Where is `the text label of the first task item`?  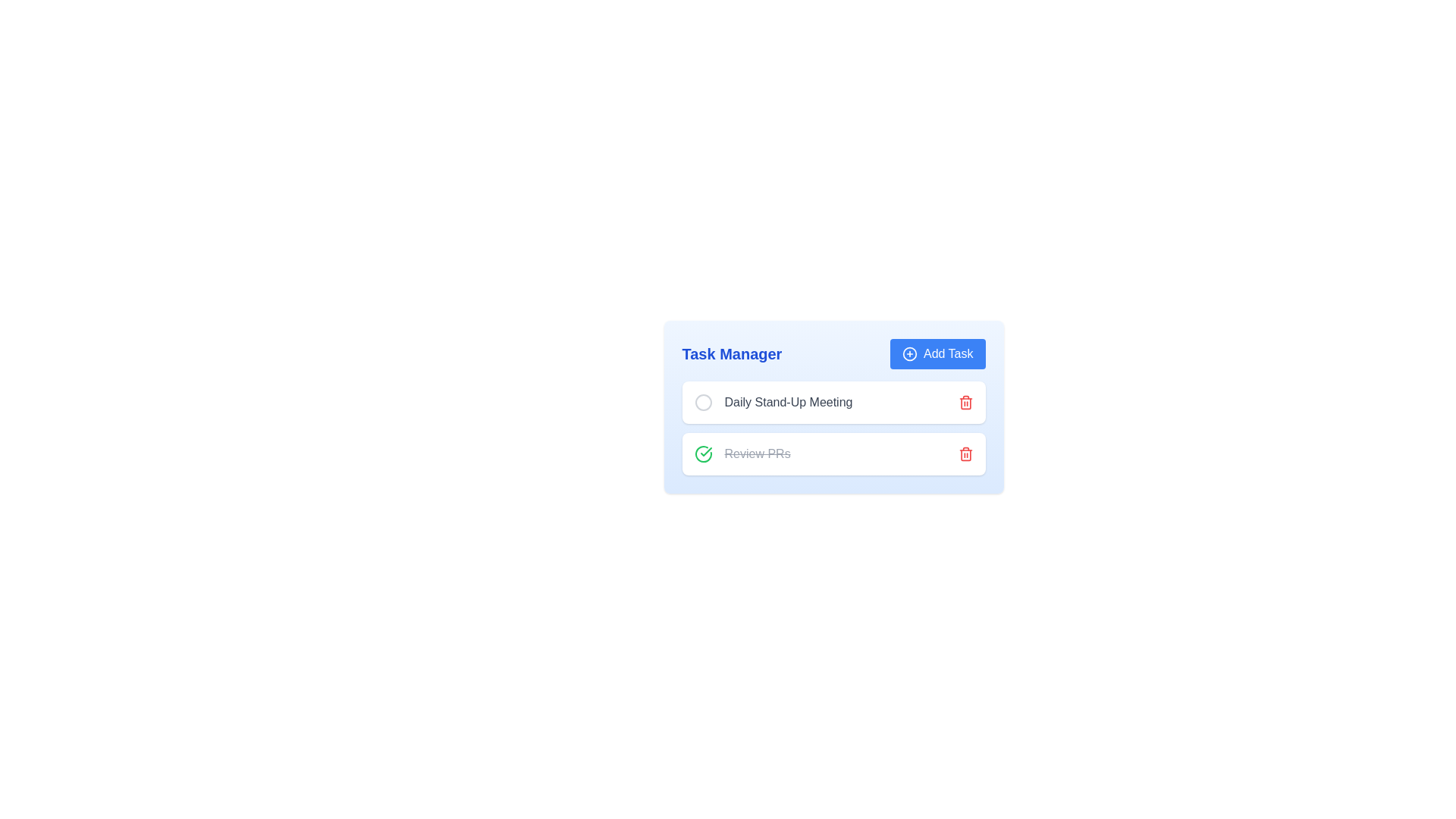 the text label of the first task item is located at coordinates (833, 402).